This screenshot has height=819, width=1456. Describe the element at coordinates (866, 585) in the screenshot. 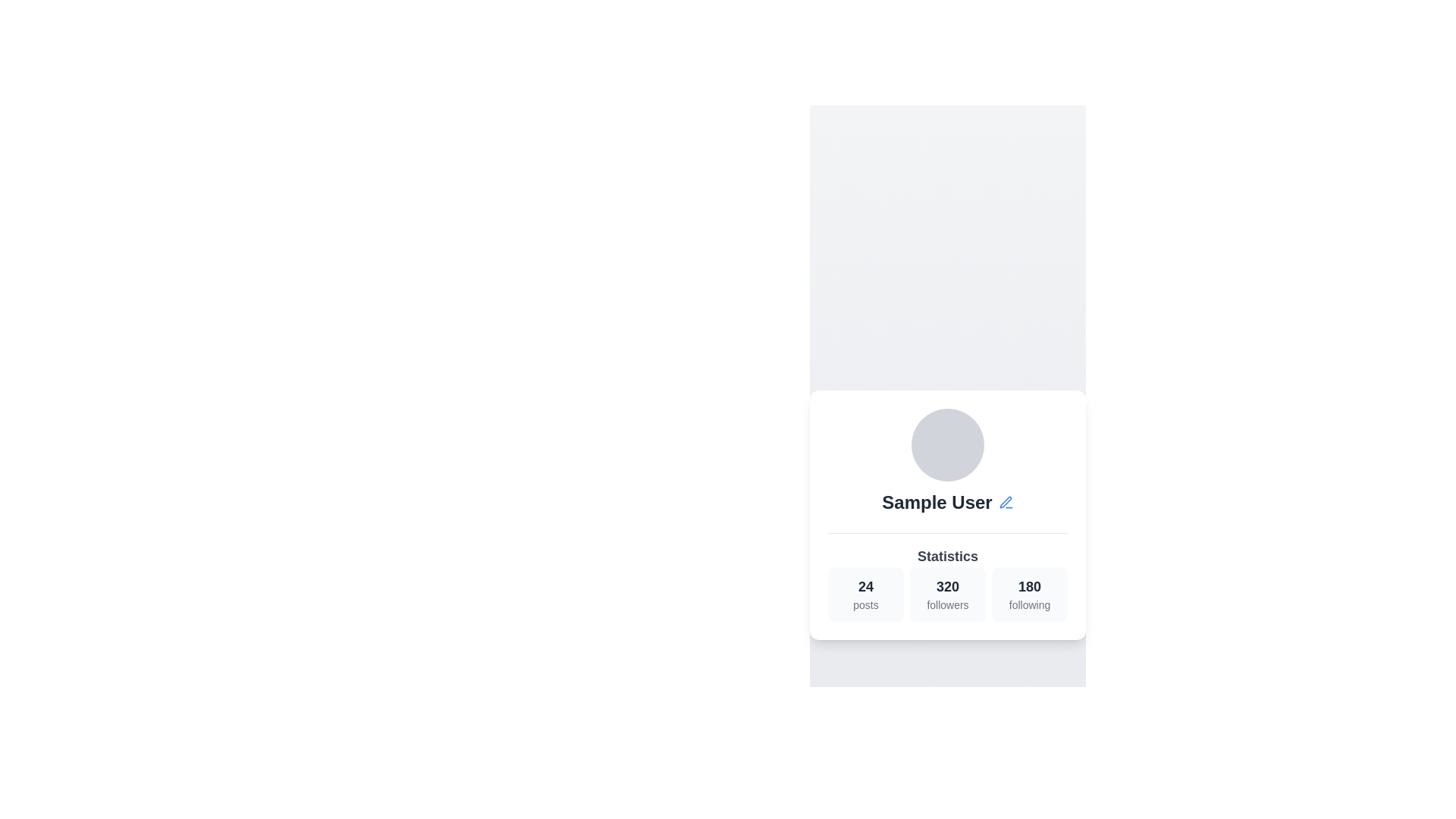

I see `the bold numeral text '24' in the first statistics card, which is positioned above the 'posts' label, indicating a metric in the profile card interface` at that location.